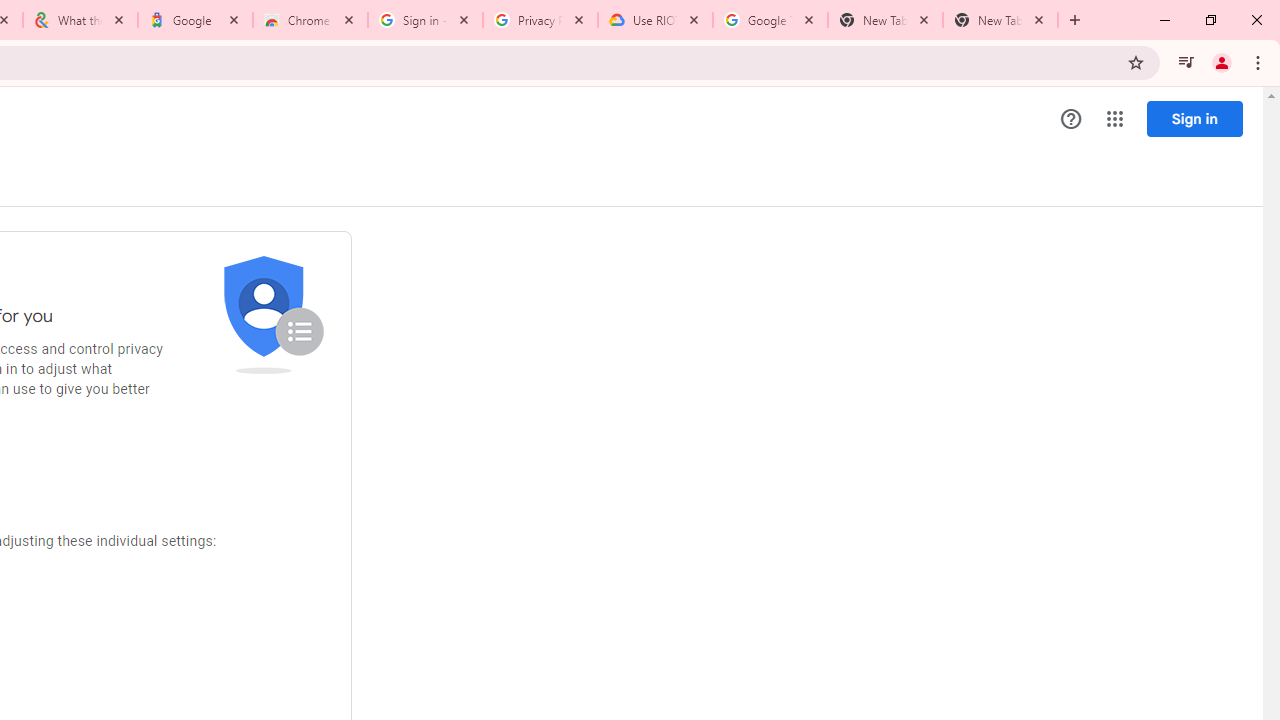  I want to click on 'New Tab', so click(1000, 20).